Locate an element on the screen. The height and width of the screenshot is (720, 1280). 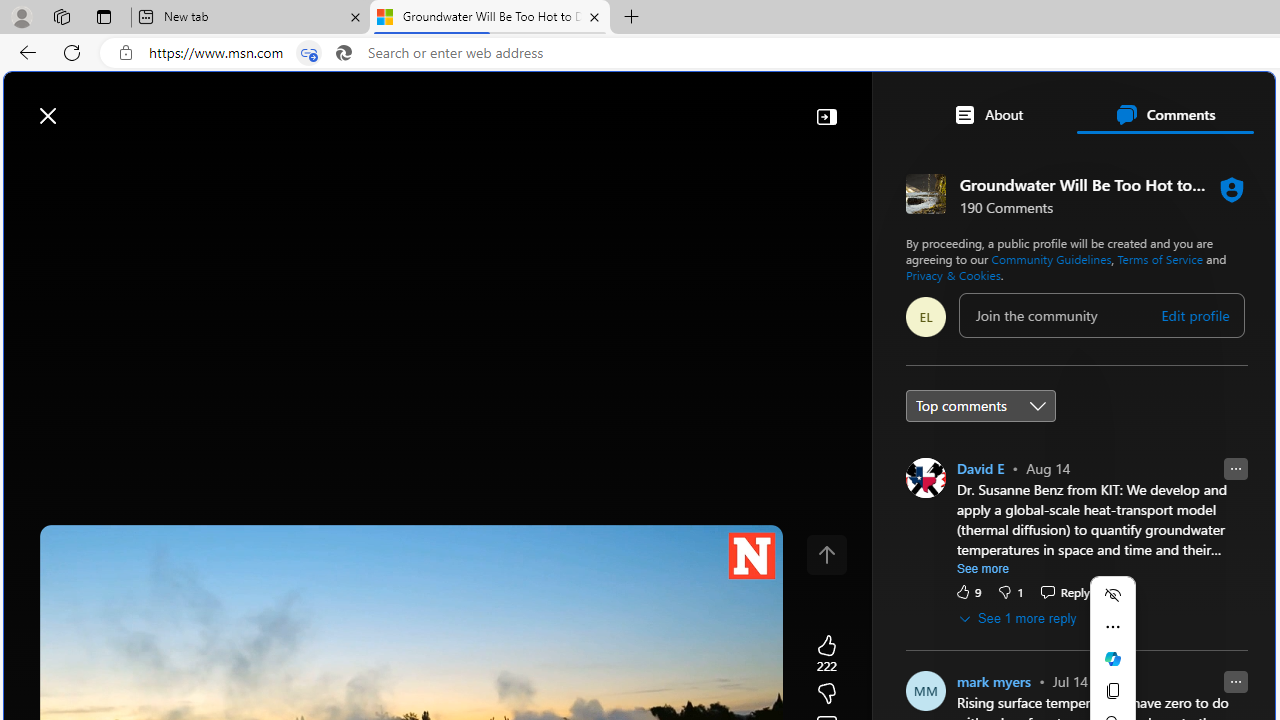
'David E' is located at coordinates (980, 468).